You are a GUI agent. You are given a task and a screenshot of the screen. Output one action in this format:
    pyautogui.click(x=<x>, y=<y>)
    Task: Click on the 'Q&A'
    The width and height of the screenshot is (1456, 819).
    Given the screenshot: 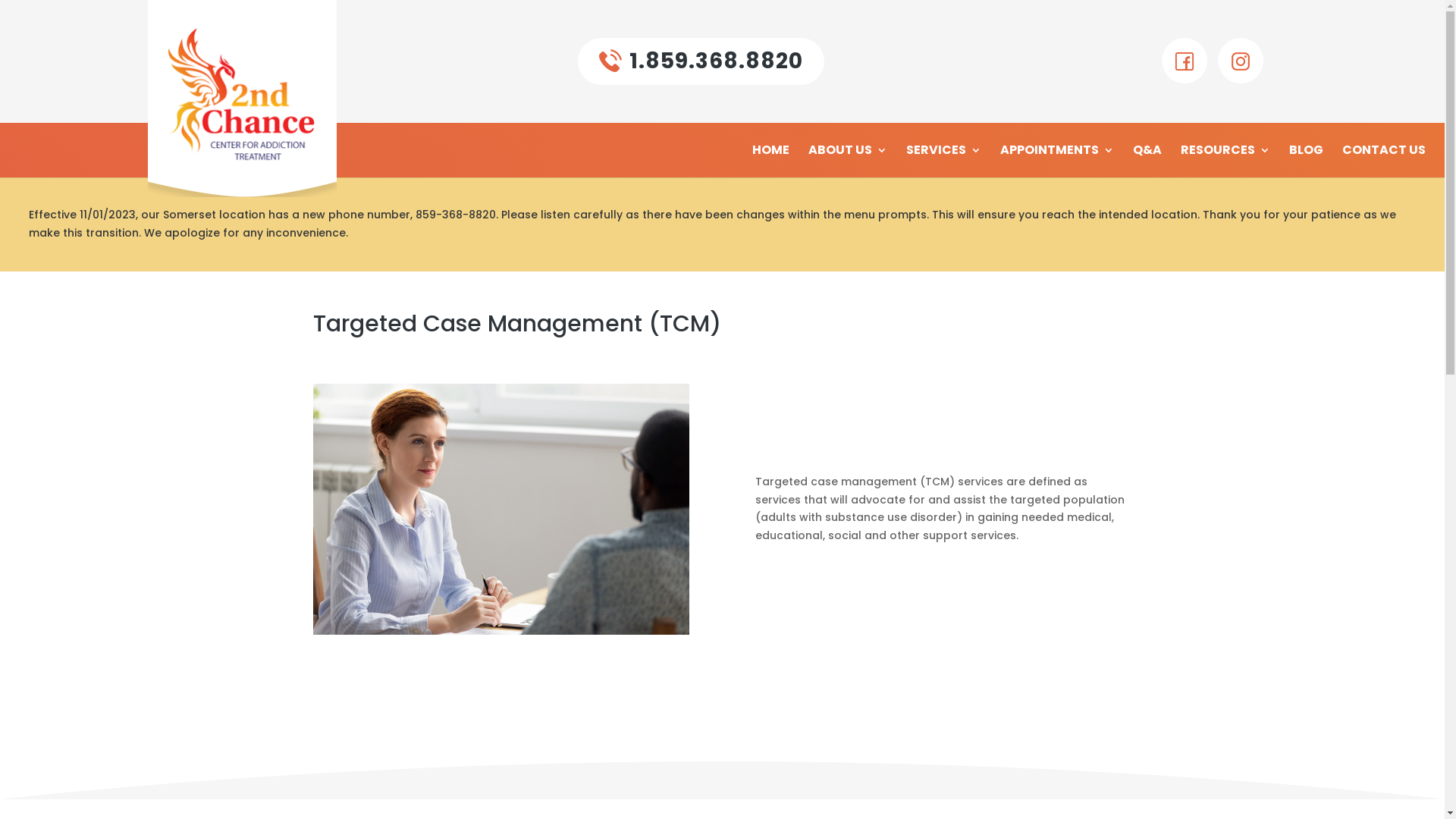 What is the action you would take?
    pyautogui.click(x=1147, y=161)
    